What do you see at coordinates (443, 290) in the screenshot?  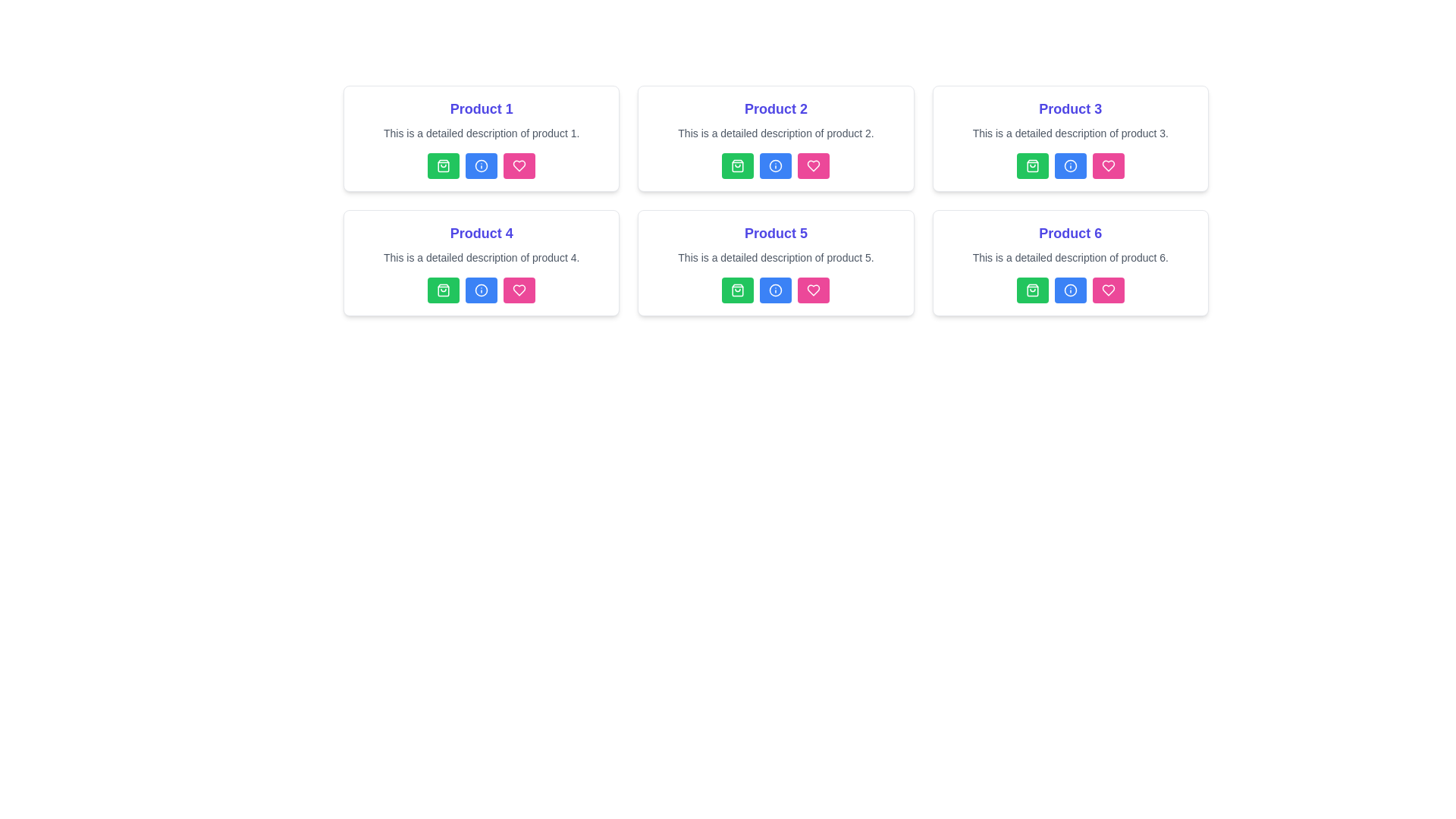 I see `the green shopping bag icon located in the middle row, specifically as the first button among three buttons under the description of 'Product 4'` at bounding box center [443, 290].